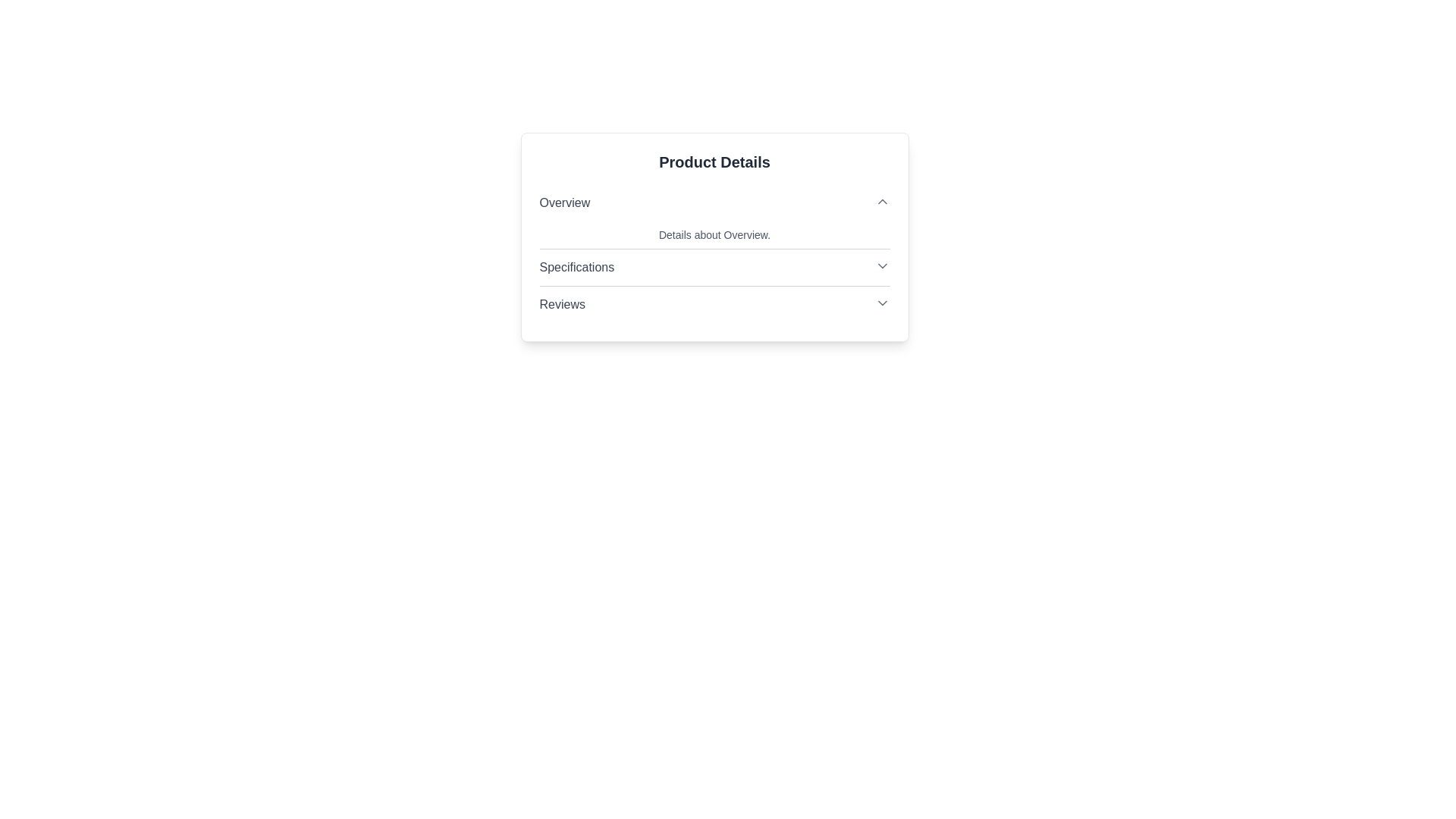 The height and width of the screenshot is (819, 1456). What do you see at coordinates (714, 253) in the screenshot?
I see `the collapsible section in the 'Product Details' card` at bounding box center [714, 253].